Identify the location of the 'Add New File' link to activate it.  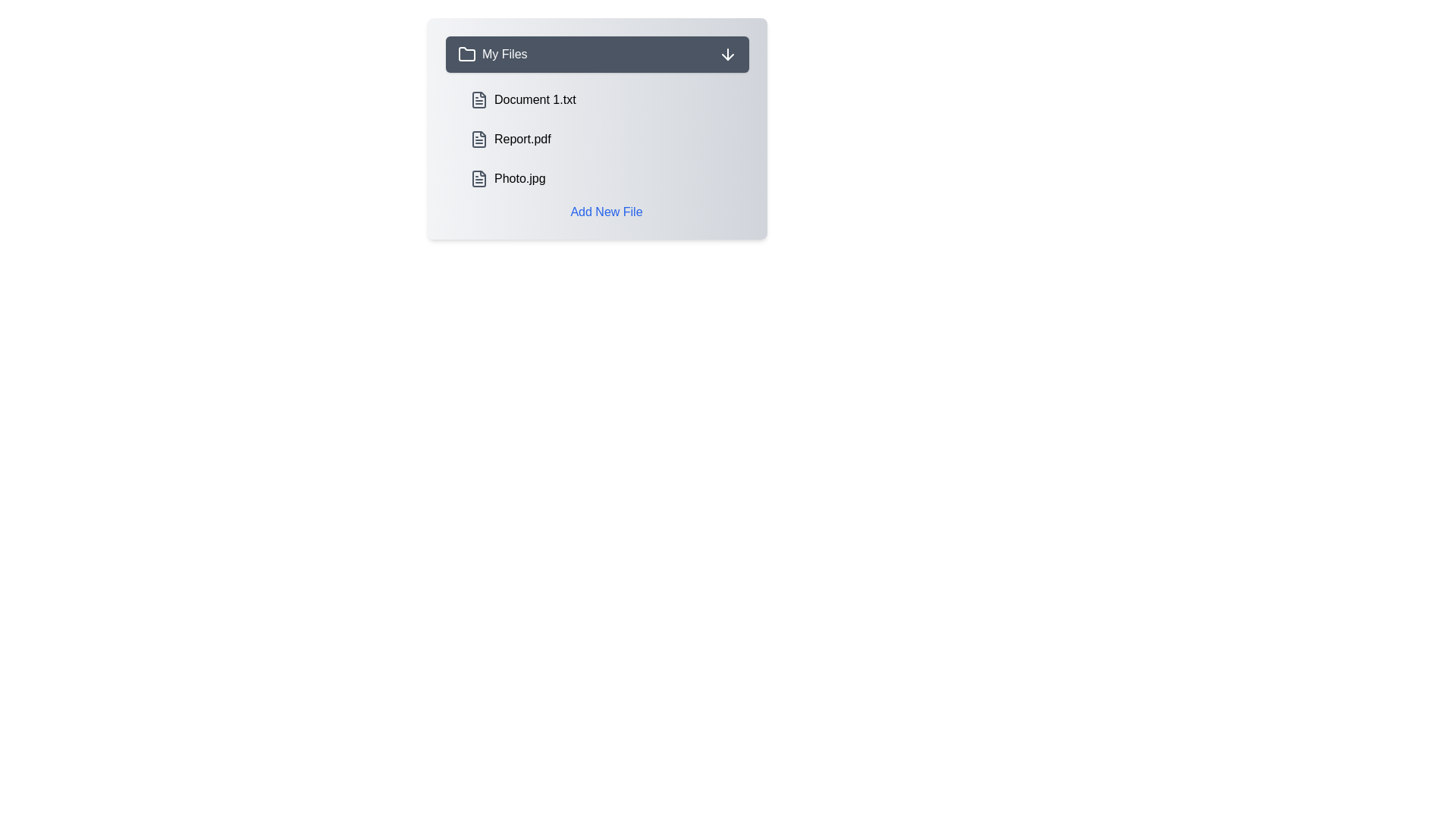
(607, 212).